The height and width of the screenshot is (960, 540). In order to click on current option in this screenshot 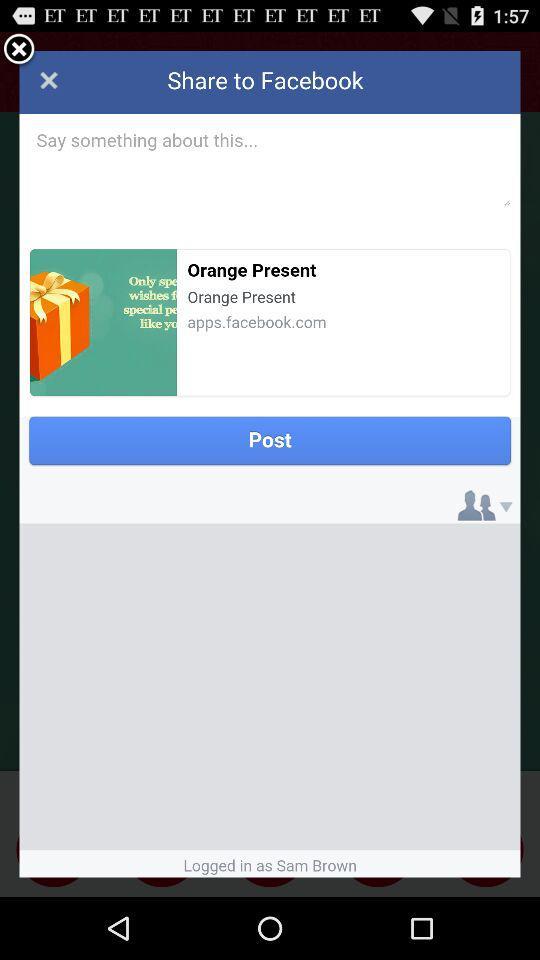, I will do `click(18, 49)`.